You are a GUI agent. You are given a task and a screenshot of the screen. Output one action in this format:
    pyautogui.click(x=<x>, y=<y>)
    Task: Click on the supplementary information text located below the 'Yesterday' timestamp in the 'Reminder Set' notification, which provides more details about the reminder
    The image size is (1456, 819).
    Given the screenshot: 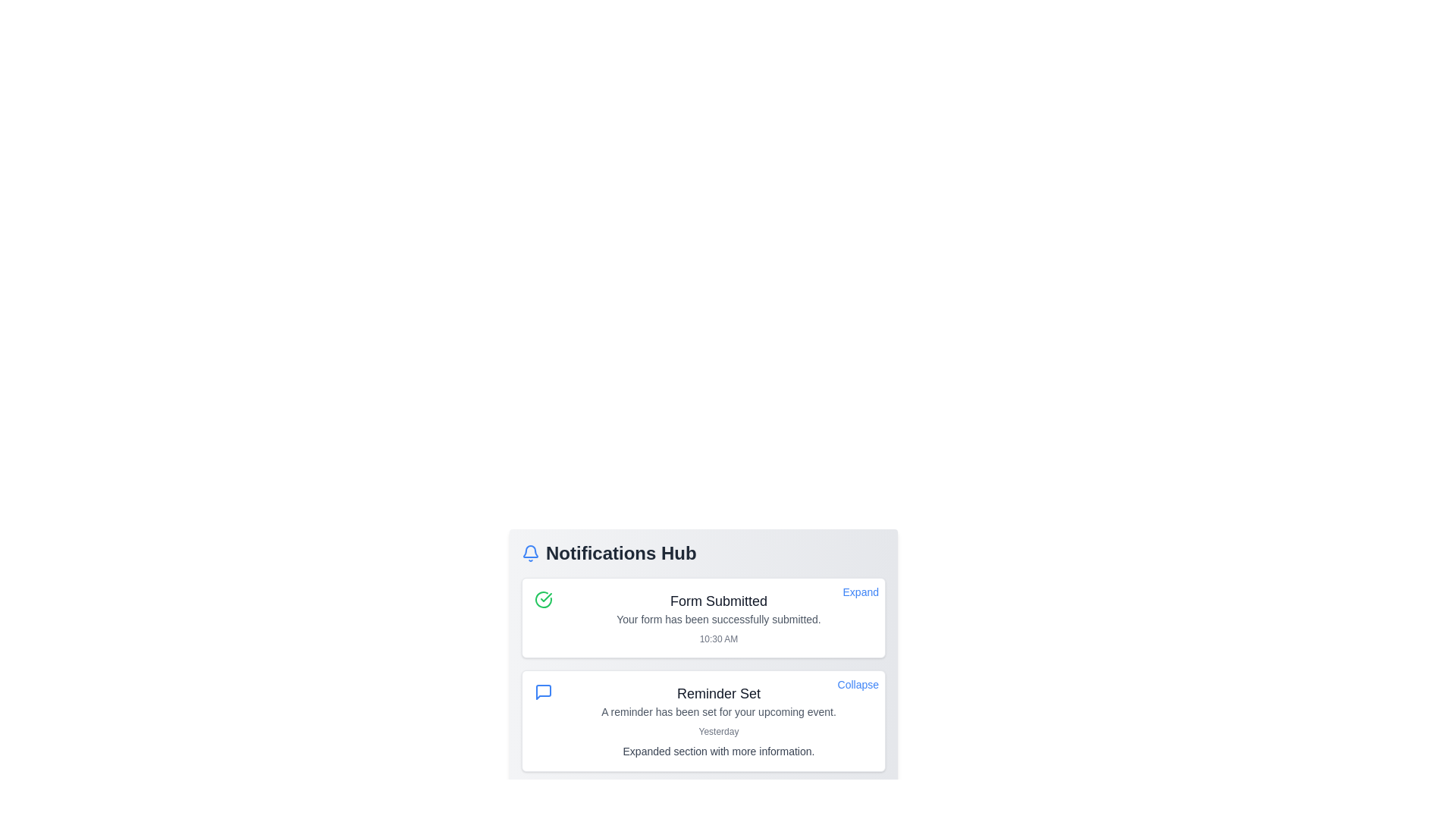 What is the action you would take?
    pyautogui.click(x=718, y=752)
    